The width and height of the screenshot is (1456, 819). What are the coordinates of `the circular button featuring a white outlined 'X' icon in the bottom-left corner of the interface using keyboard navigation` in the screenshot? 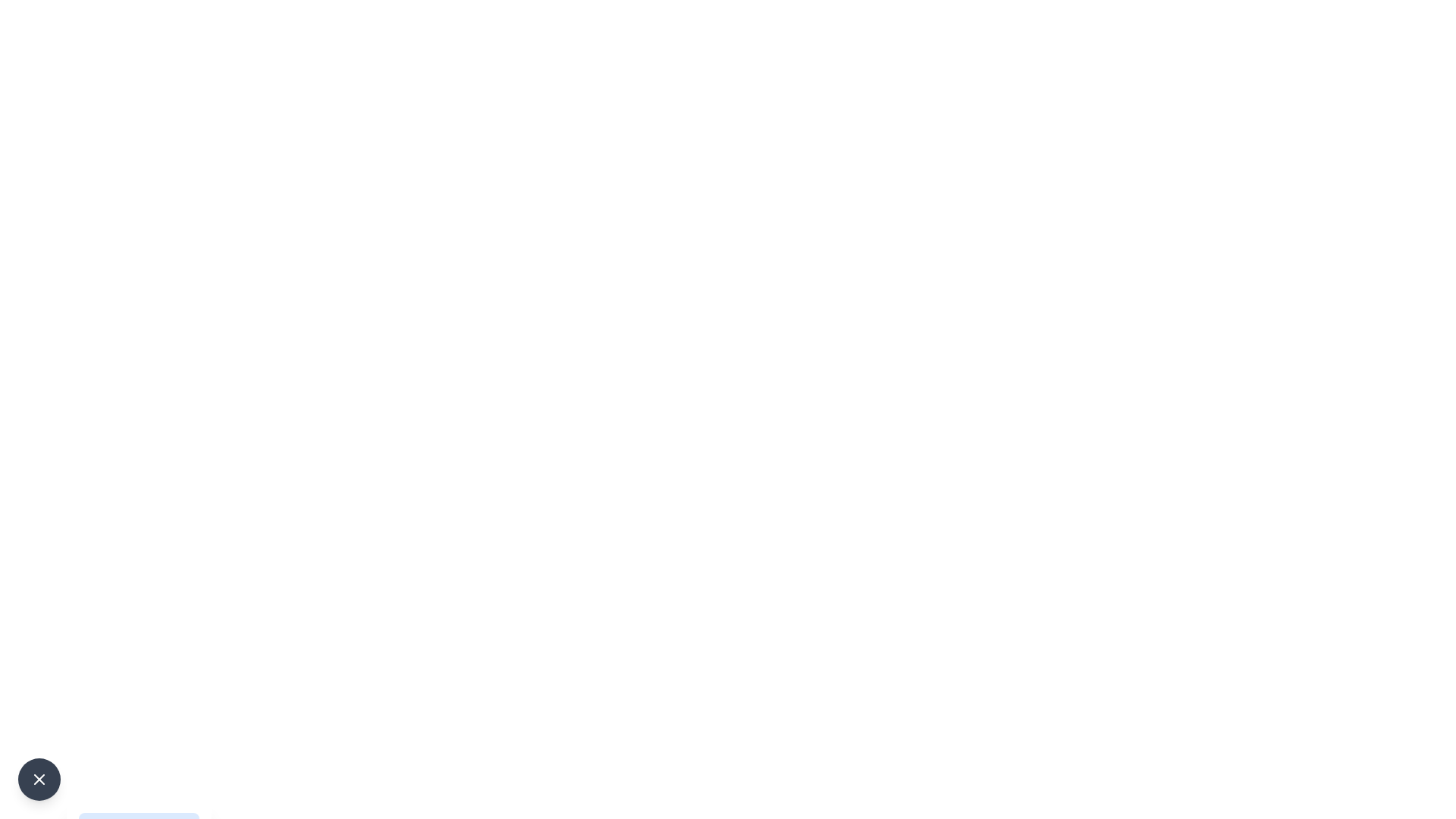 It's located at (39, 780).